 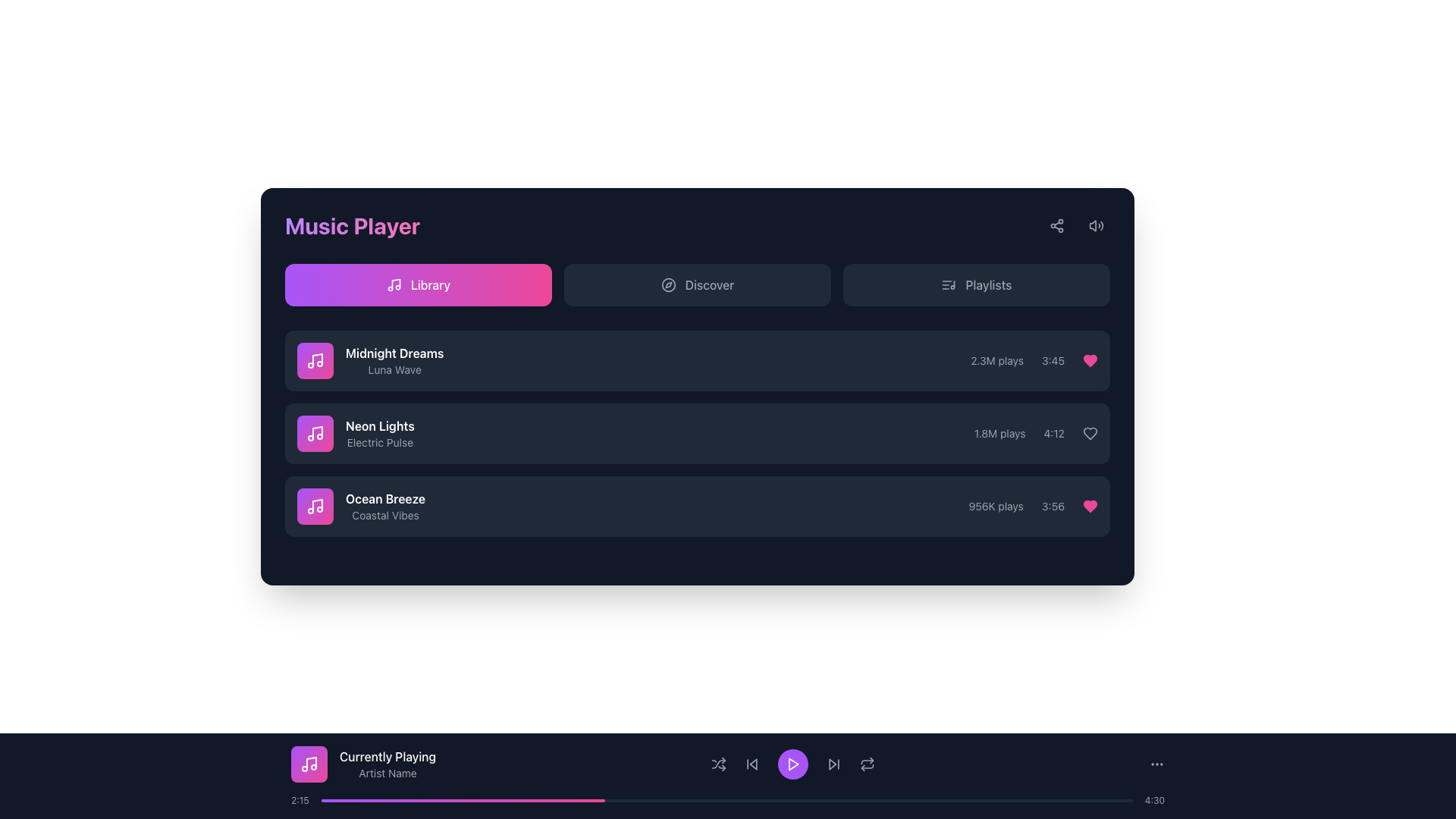 What do you see at coordinates (315, 360) in the screenshot?
I see `the music track icon located in the top-left section of the music player interface` at bounding box center [315, 360].